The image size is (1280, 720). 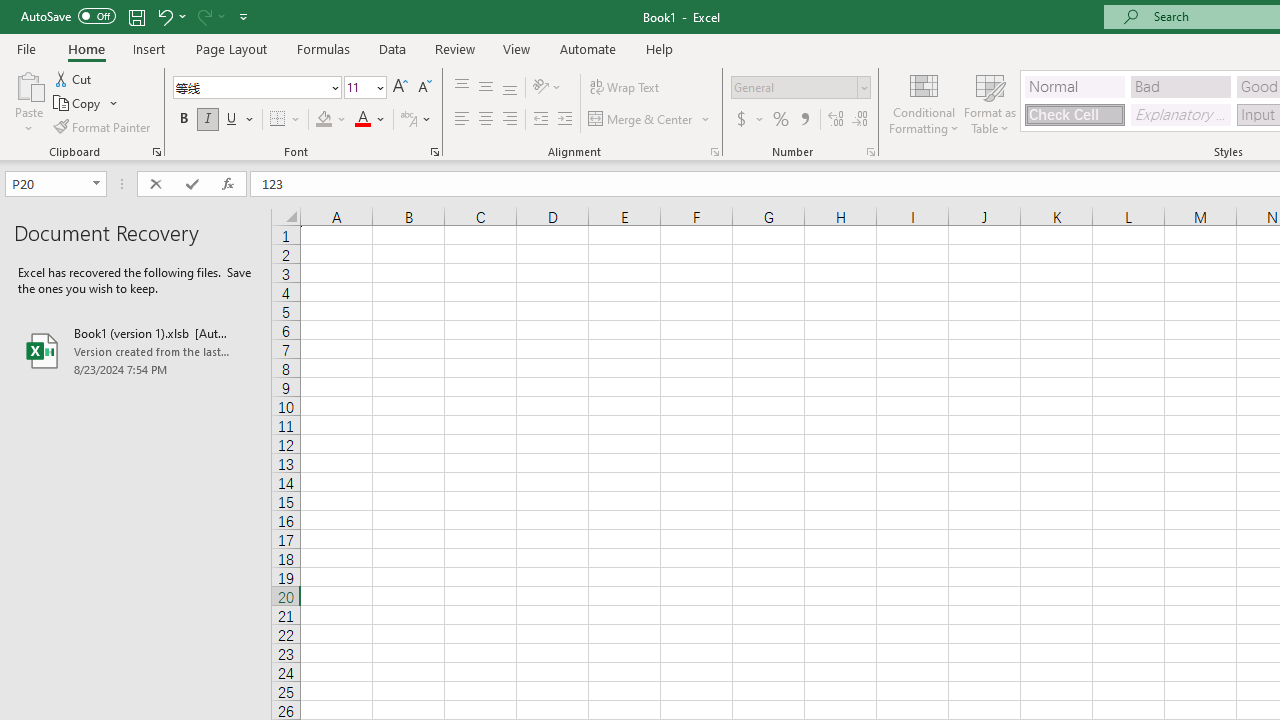 I want to click on 'Explanatory Text', so click(x=1180, y=114).